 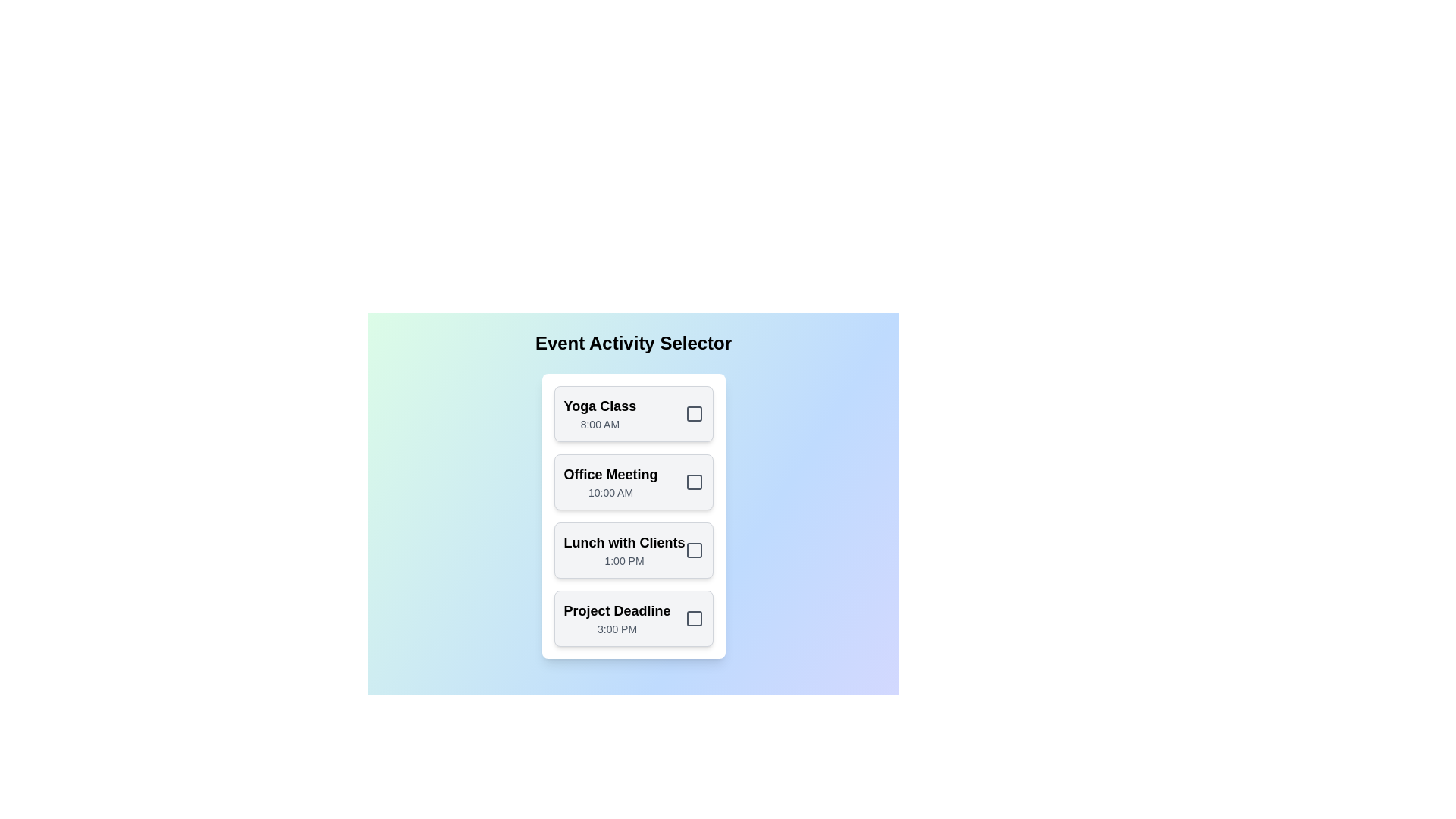 What do you see at coordinates (633, 619) in the screenshot?
I see `the activity card for Project Deadline` at bounding box center [633, 619].